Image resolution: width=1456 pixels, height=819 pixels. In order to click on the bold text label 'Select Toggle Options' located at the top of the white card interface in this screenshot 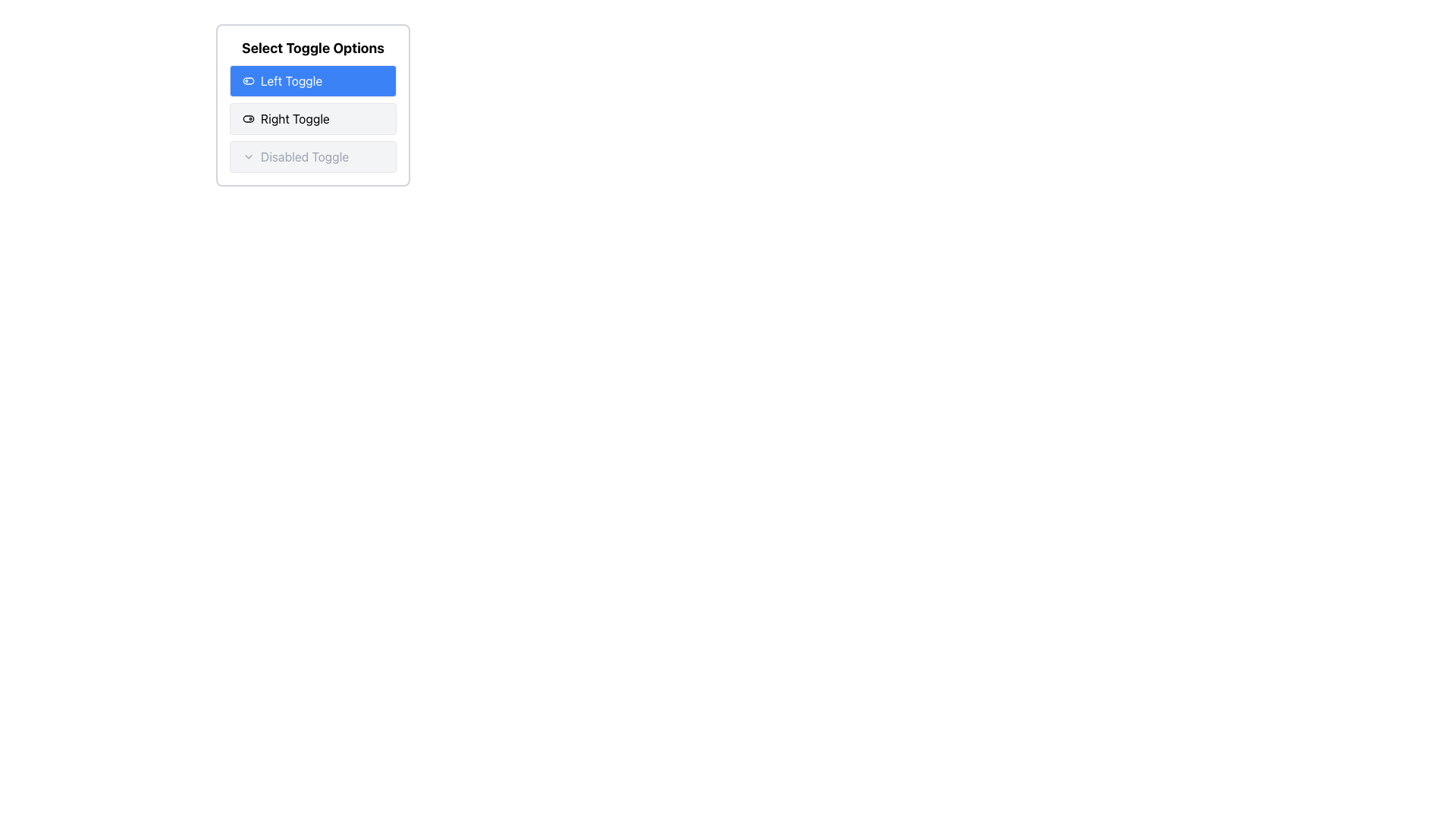, I will do `click(312, 48)`.